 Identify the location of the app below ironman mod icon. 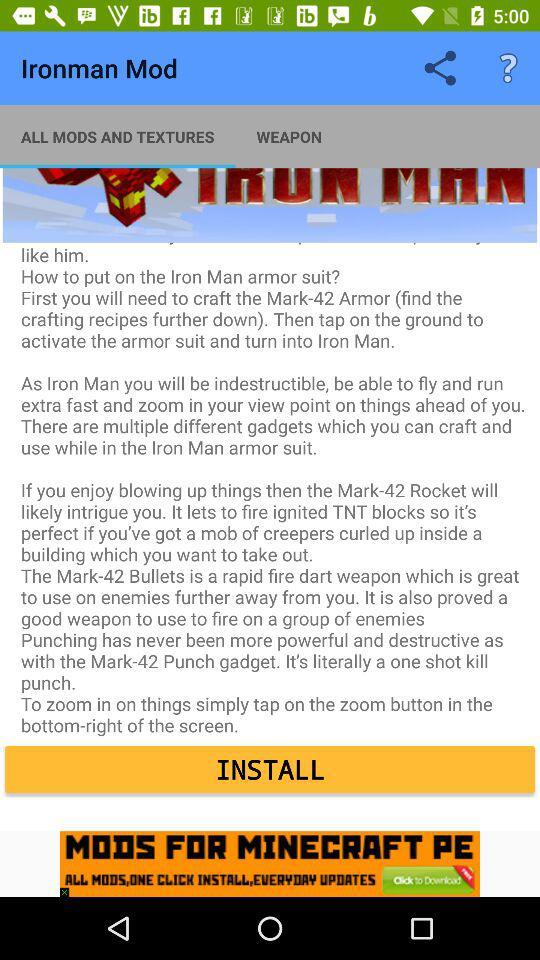
(117, 135).